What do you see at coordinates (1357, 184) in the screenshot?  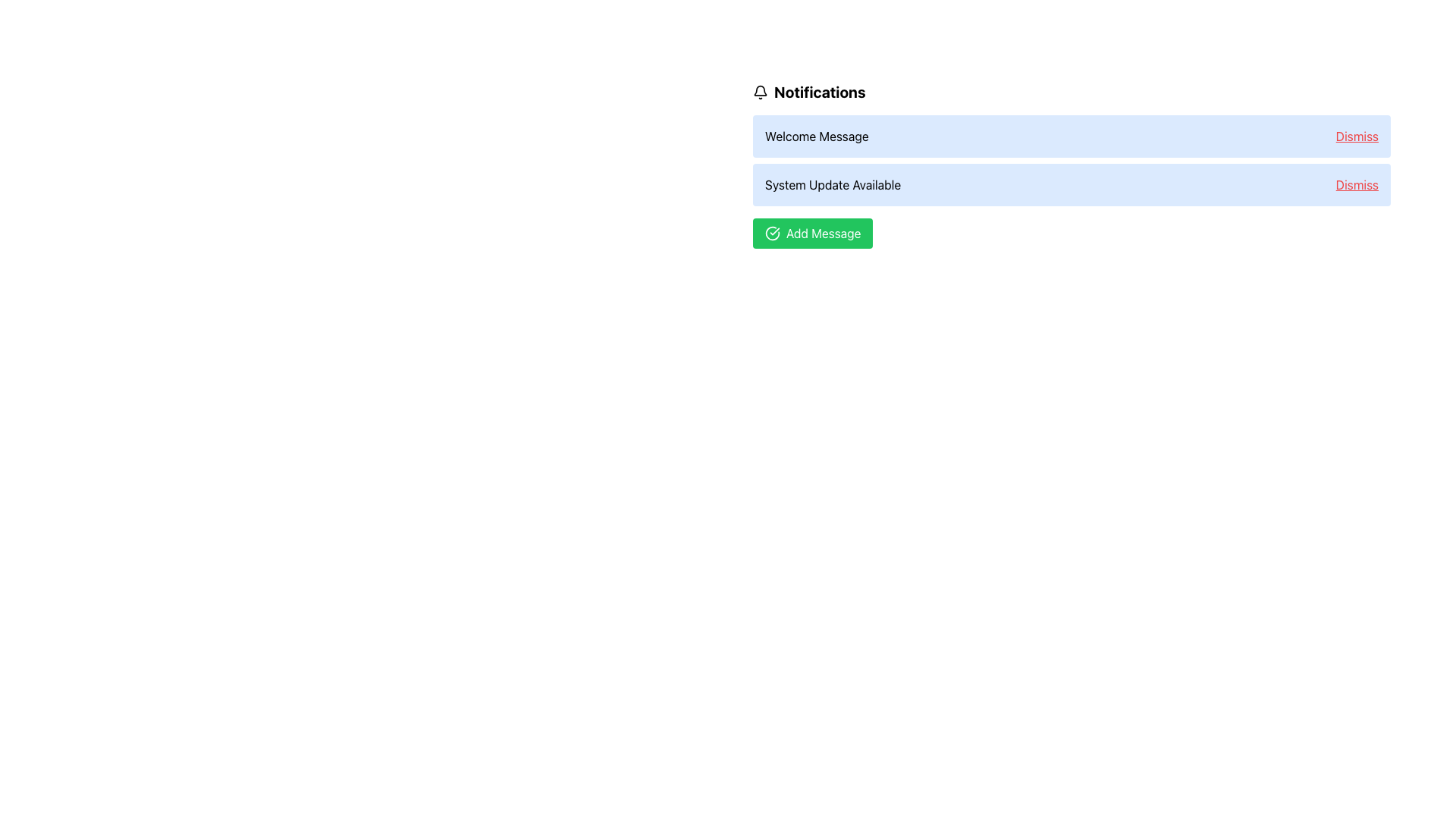 I see `the red underlined text 'Dismiss' in the 'System Update Available' notification bar` at bounding box center [1357, 184].